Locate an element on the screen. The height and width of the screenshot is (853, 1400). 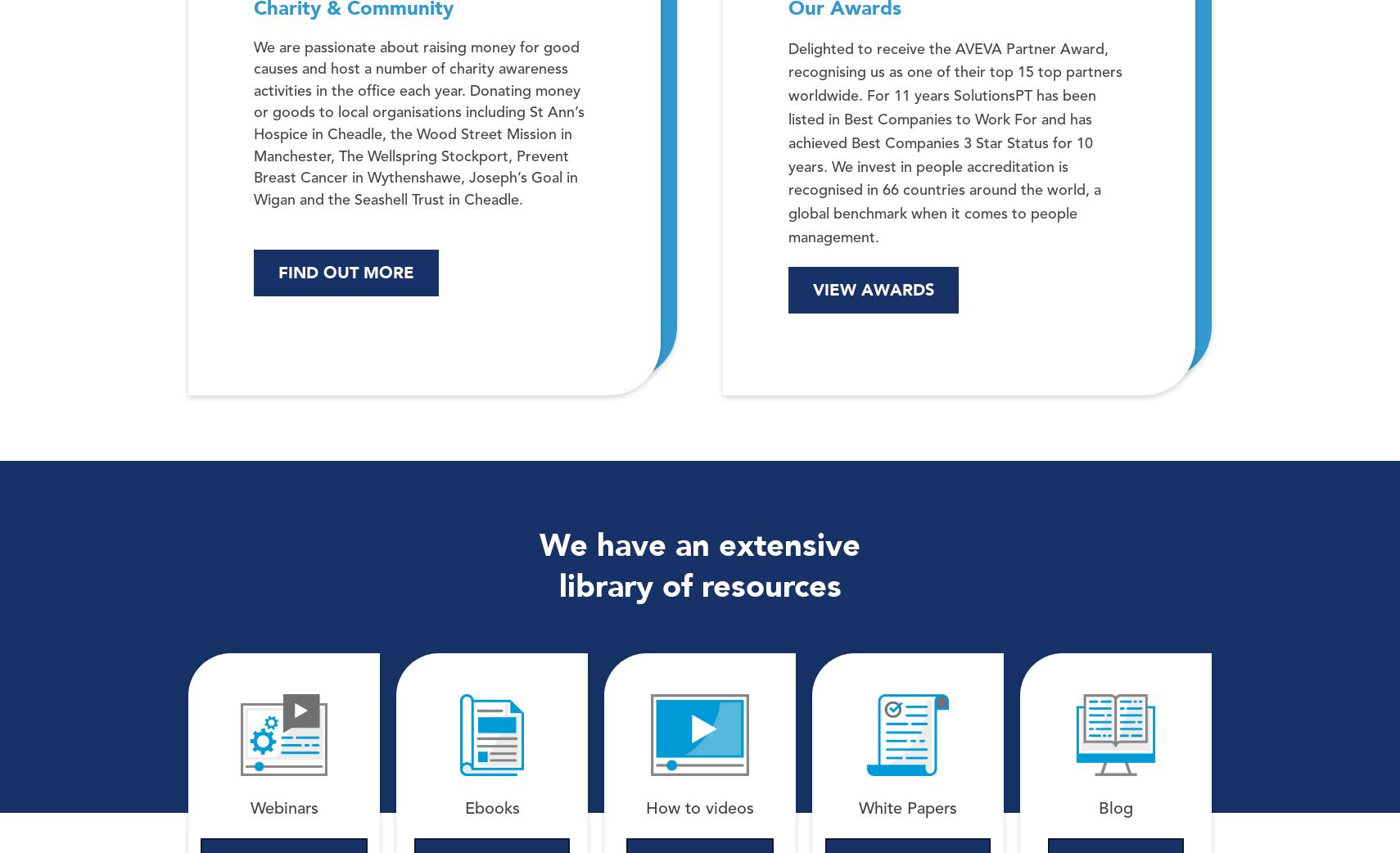
'White Papers' is located at coordinates (906, 809).